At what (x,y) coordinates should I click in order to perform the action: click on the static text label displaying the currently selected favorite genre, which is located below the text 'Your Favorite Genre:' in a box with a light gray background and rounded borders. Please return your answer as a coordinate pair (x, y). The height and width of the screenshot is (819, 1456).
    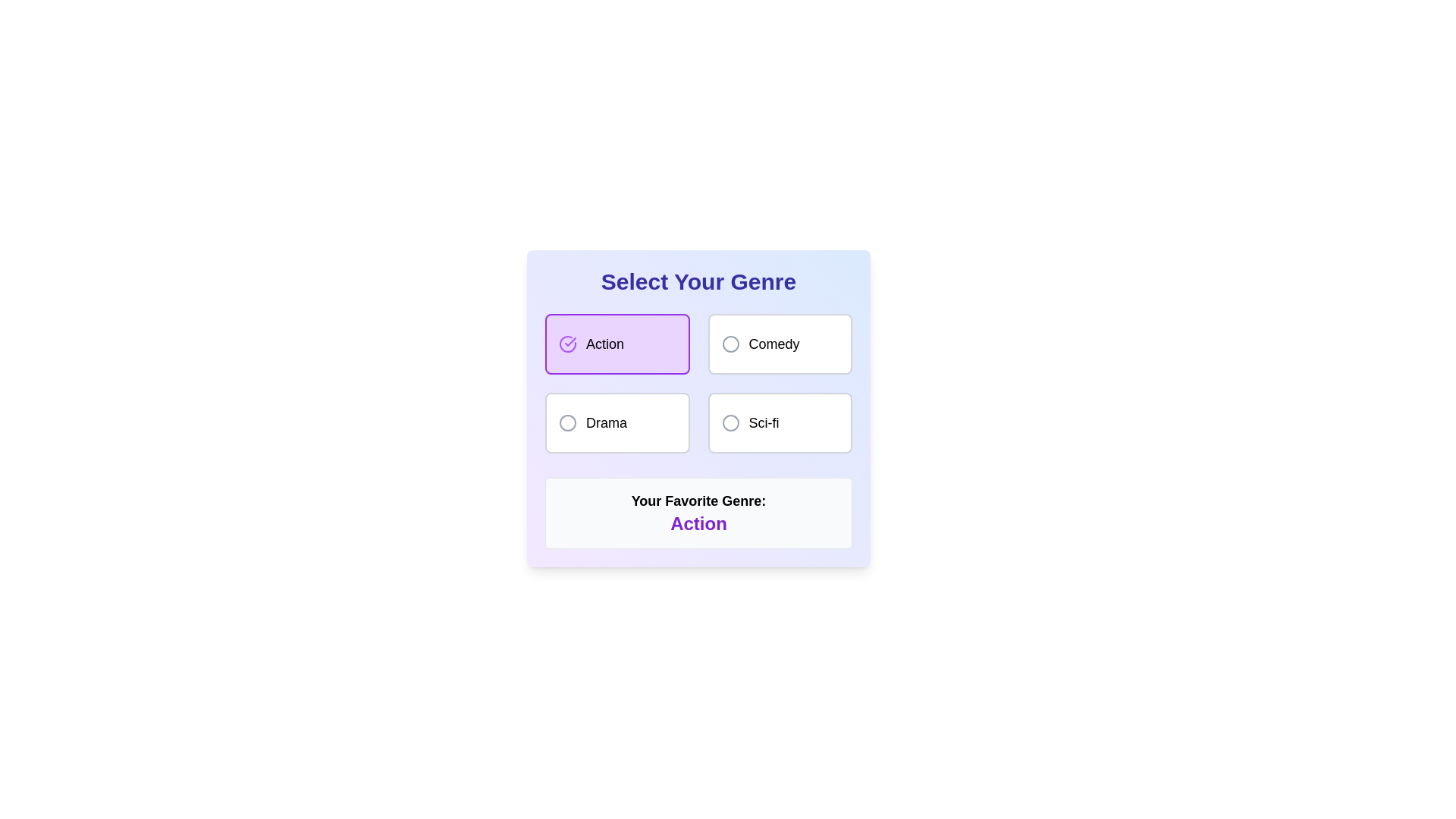
    Looking at the image, I should click on (698, 522).